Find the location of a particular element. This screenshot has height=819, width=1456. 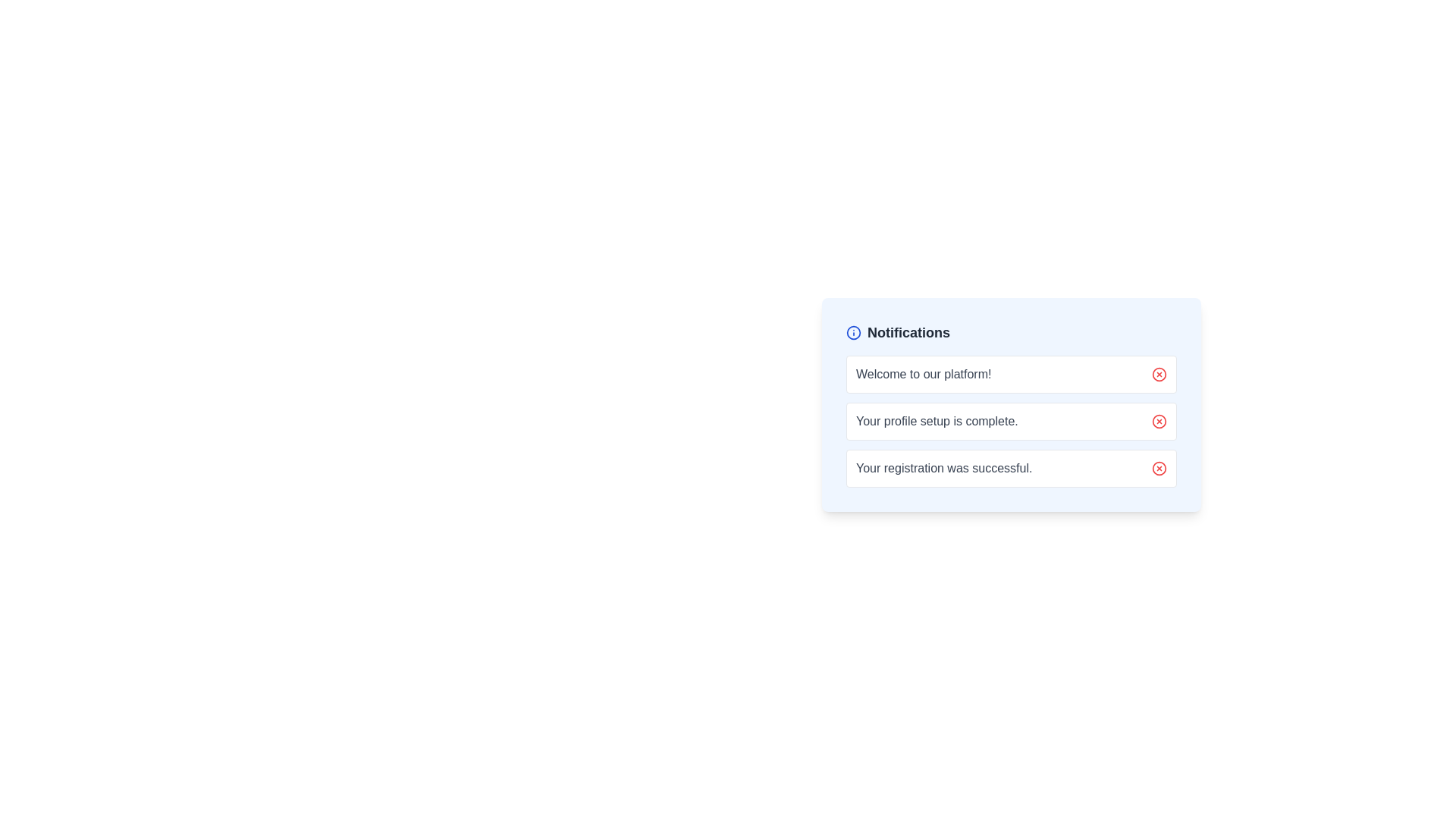

the notification message that reads 'Your registration was successful.' by clicking on it is located at coordinates (1012, 467).